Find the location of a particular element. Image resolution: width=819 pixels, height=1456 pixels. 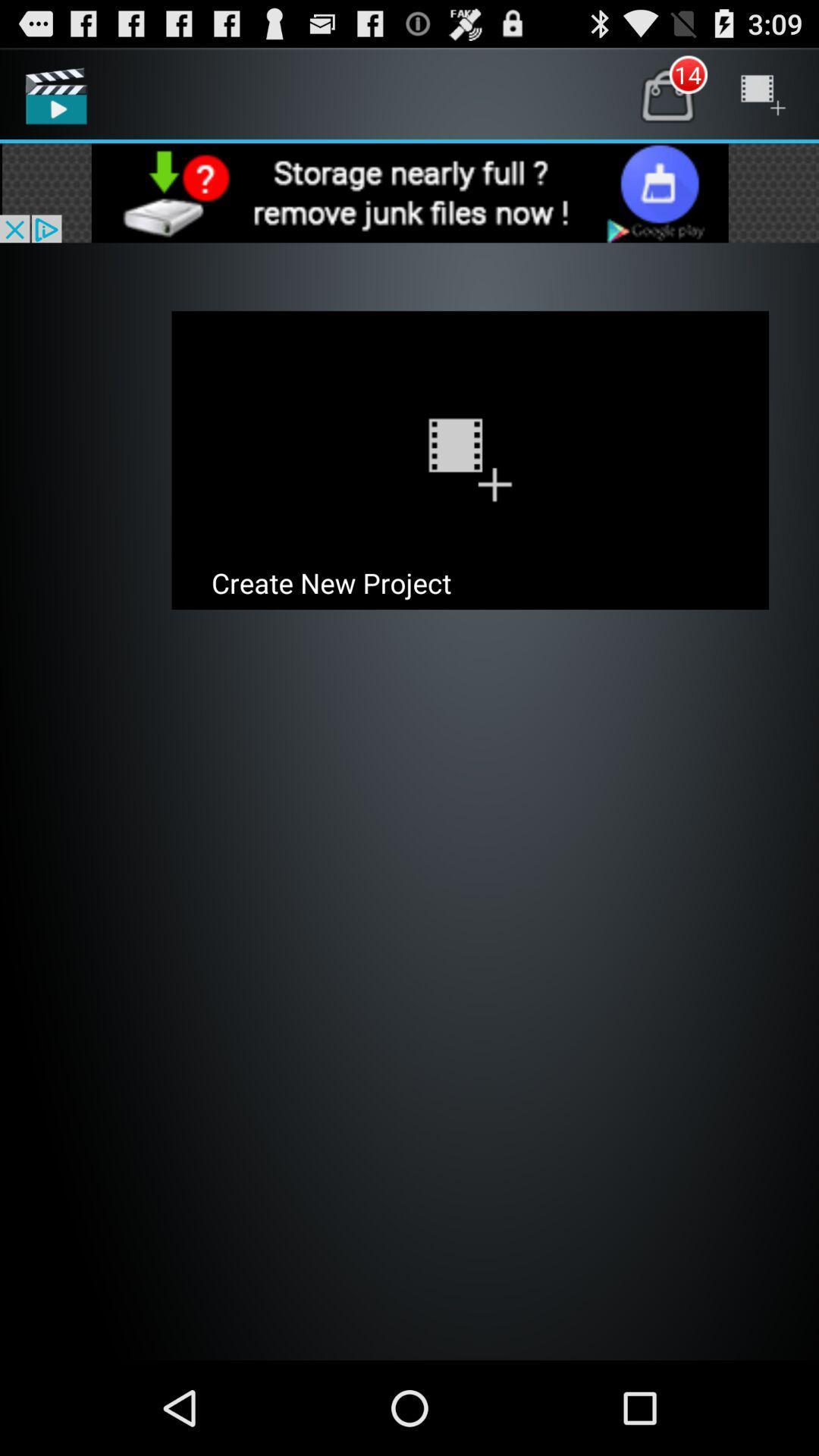

showing advertisements is located at coordinates (409, 192).